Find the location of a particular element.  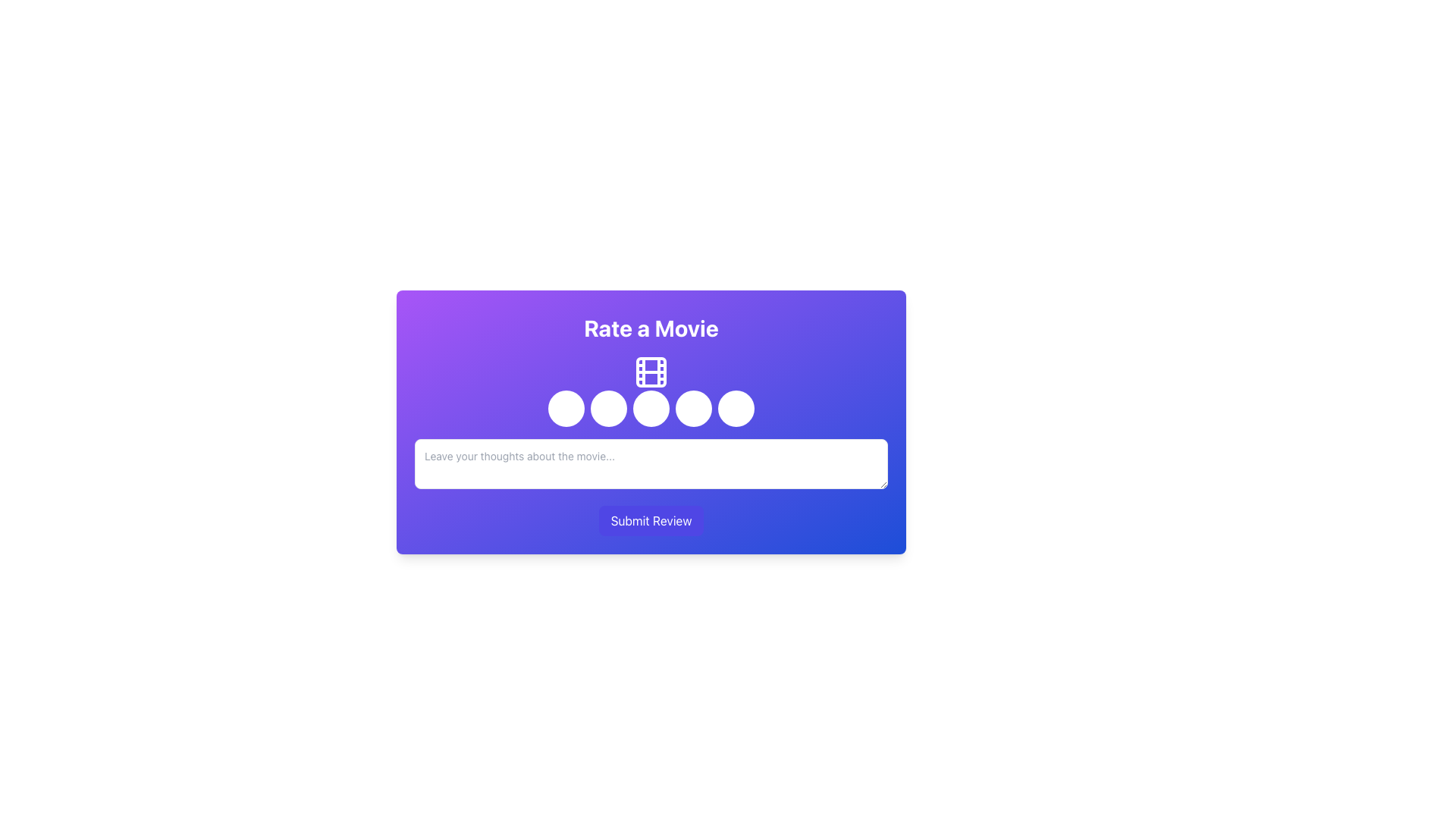

the third circle in the star-like rating system is located at coordinates (651, 422).